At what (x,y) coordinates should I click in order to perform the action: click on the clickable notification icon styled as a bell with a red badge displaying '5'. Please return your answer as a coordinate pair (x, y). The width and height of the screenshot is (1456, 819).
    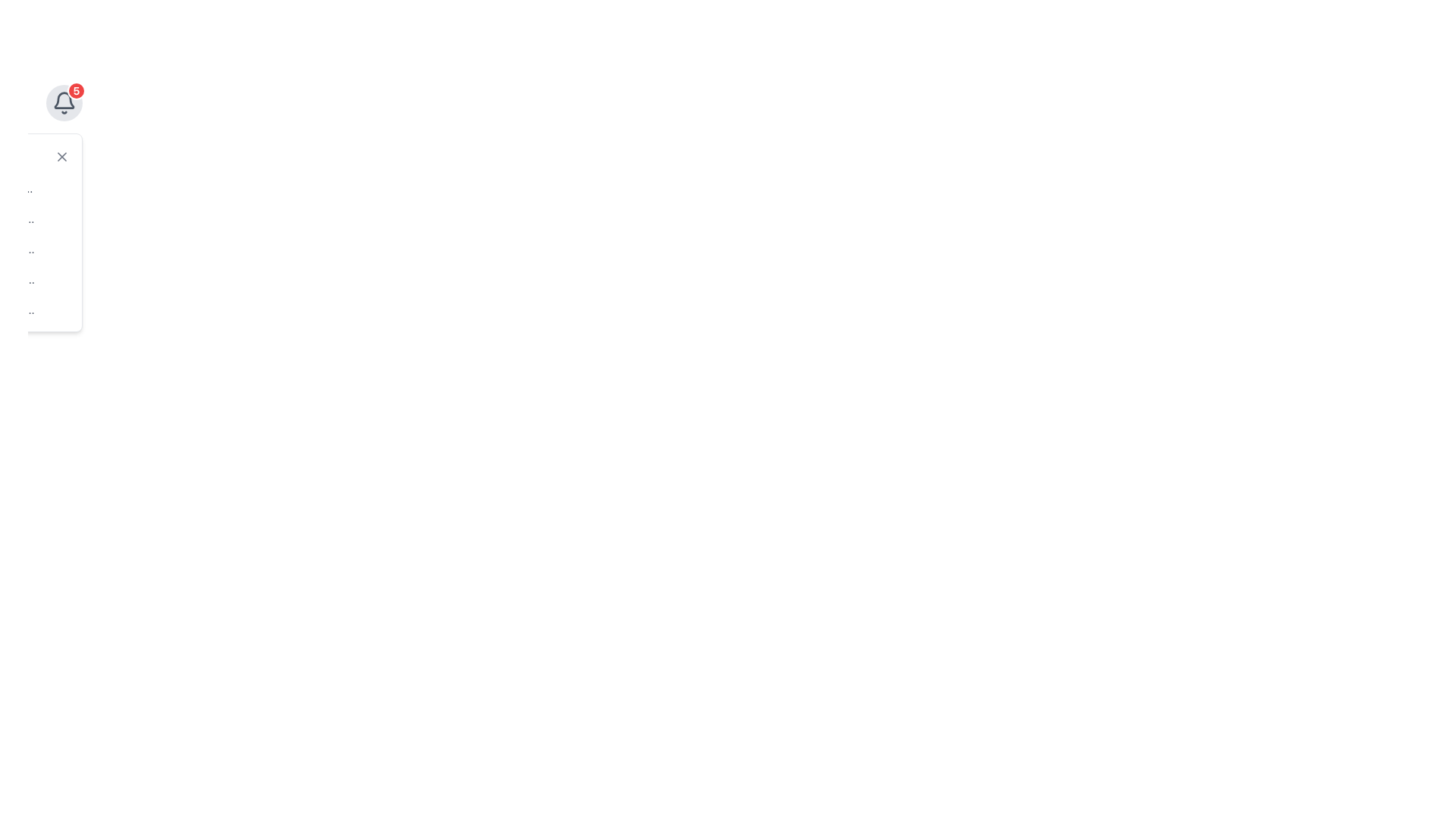
    Looking at the image, I should click on (64, 102).